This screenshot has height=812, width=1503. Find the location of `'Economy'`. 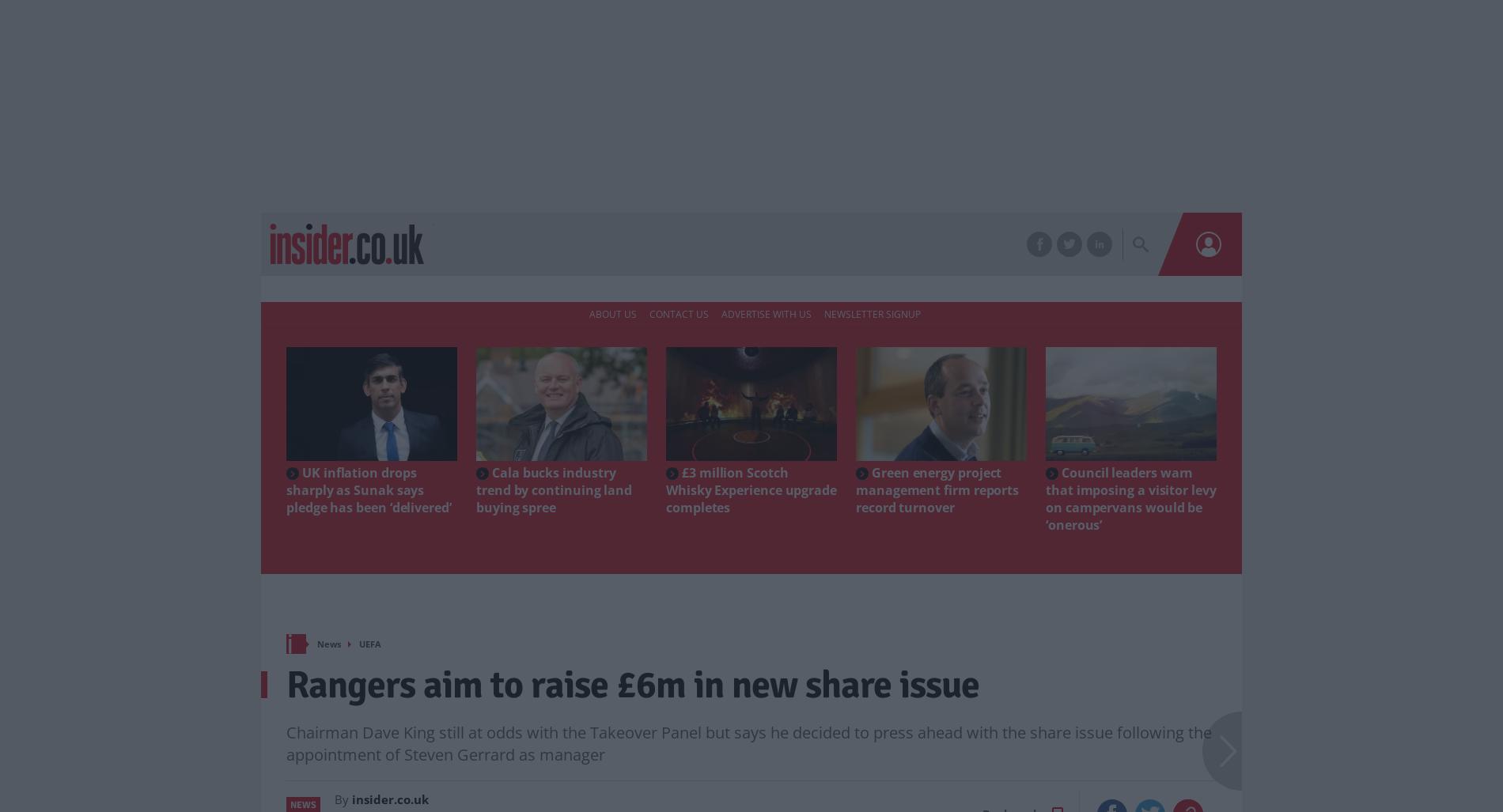

'Economy' is located at coordinates (479, 244).